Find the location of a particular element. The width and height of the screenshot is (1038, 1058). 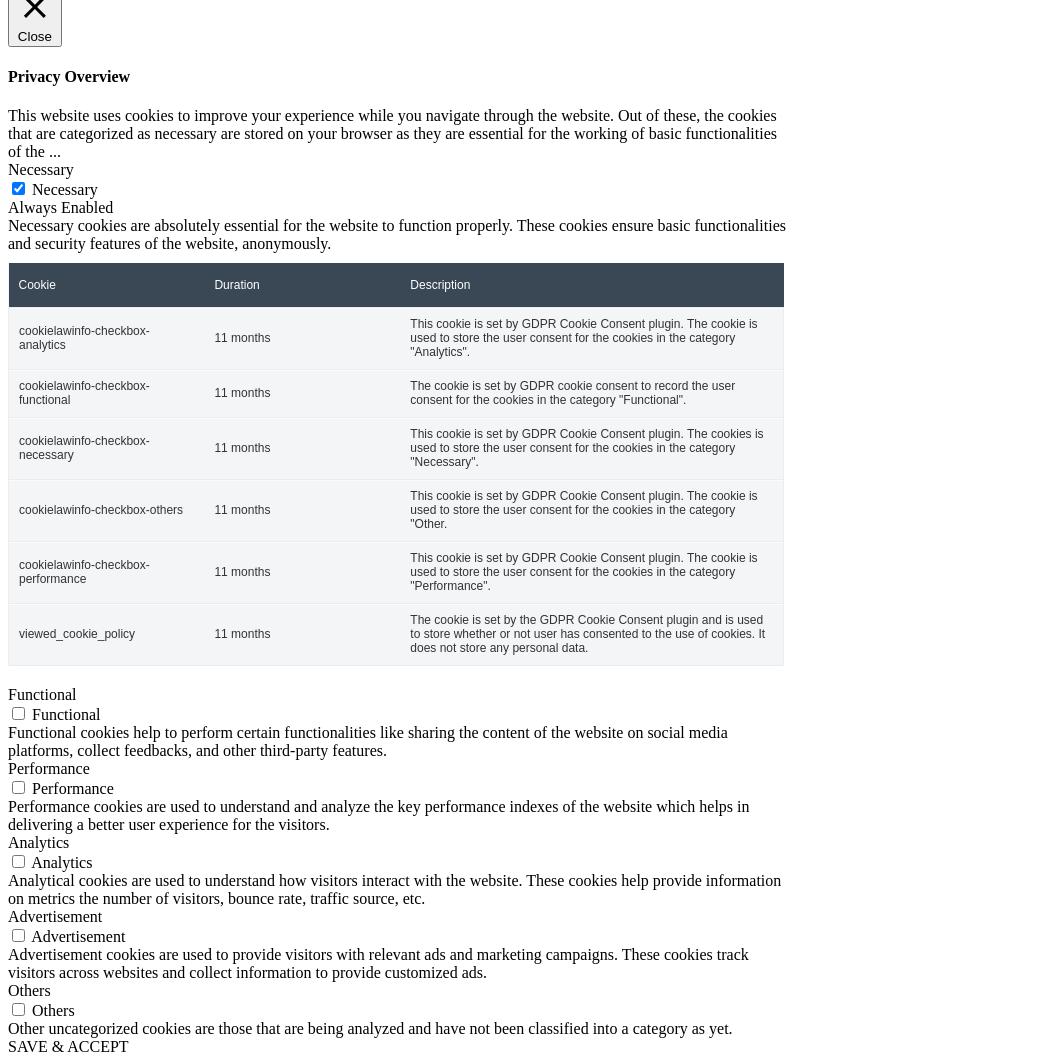

'cookielawinfo-checkbox-others' is located at coordinates (99, 508).